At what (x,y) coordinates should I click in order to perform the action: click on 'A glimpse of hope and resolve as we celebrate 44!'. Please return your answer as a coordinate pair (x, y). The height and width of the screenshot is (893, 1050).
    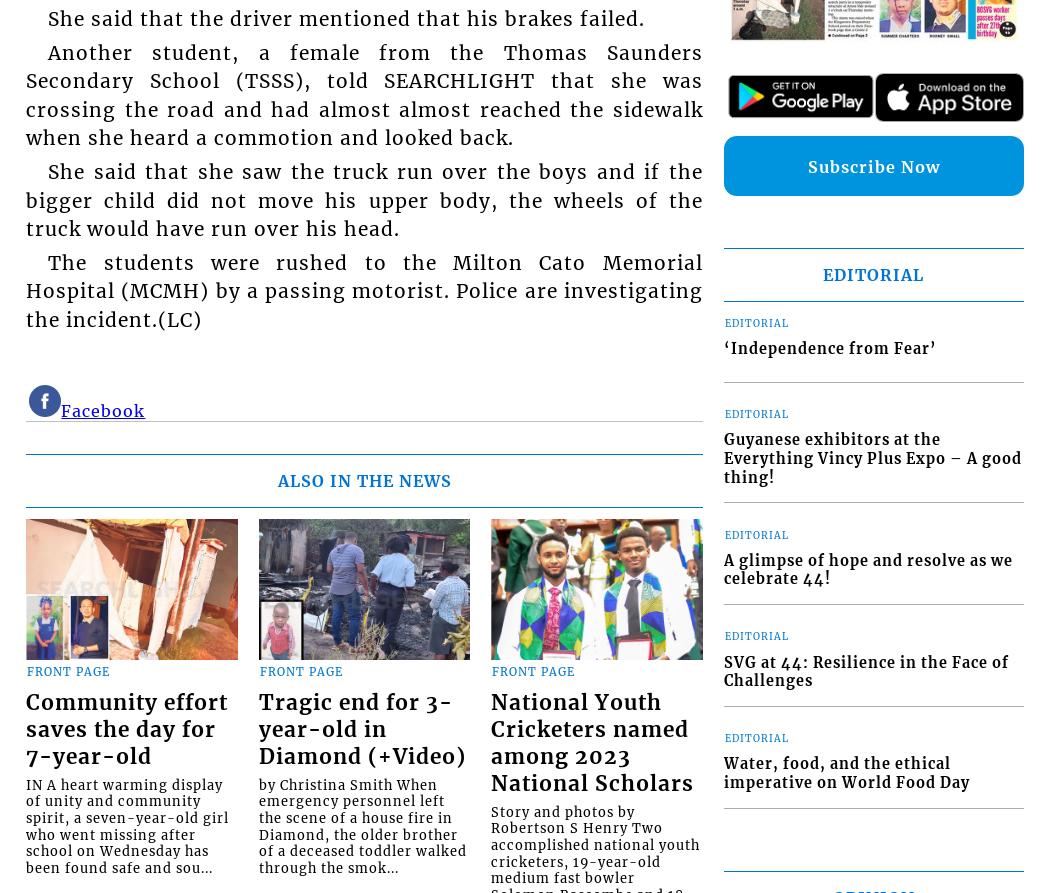
    Looking at the image, I should click on (866, 568).